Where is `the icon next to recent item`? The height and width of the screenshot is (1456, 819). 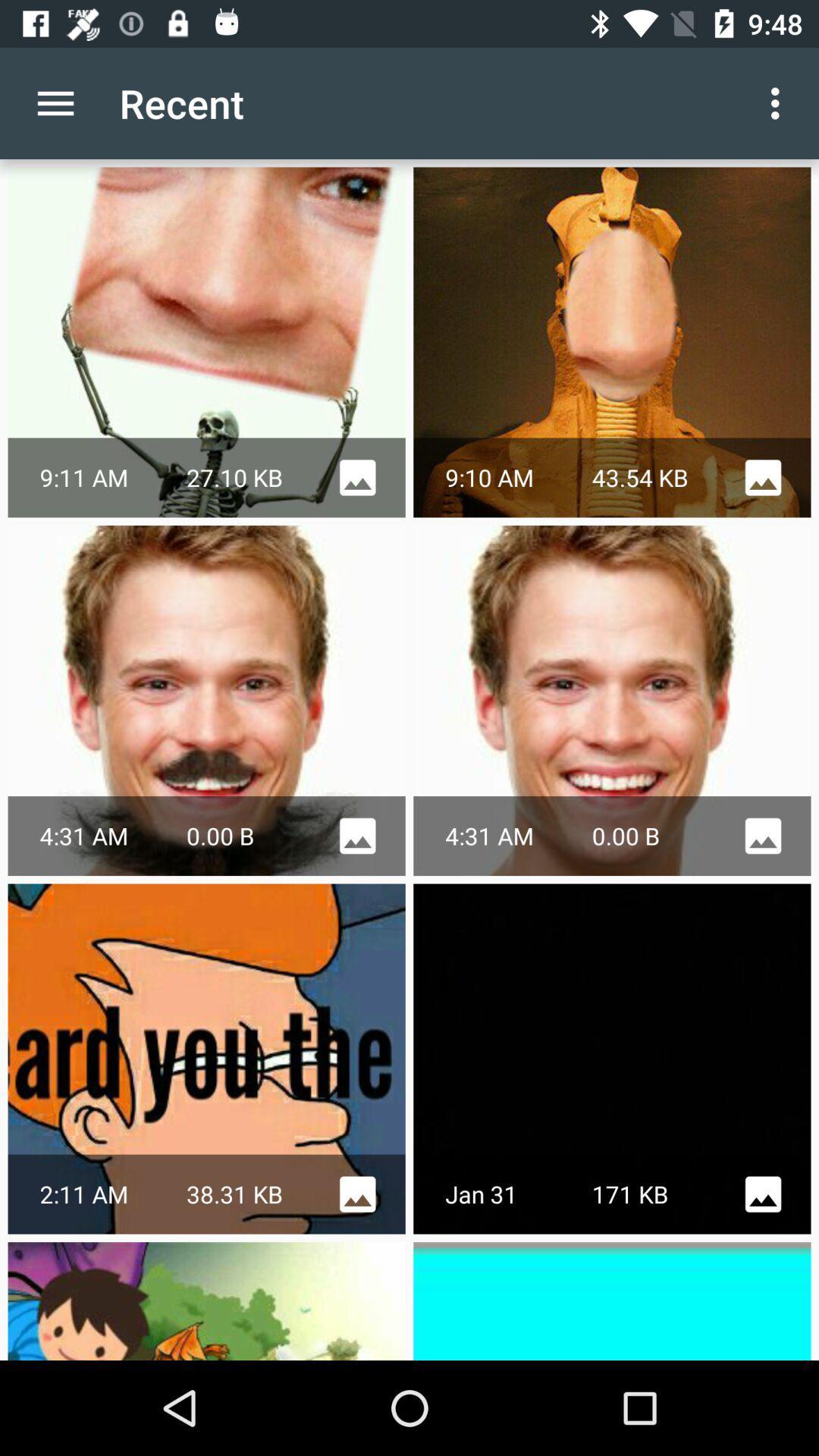
the icon next to recent item is located at coordinates (55, 102).